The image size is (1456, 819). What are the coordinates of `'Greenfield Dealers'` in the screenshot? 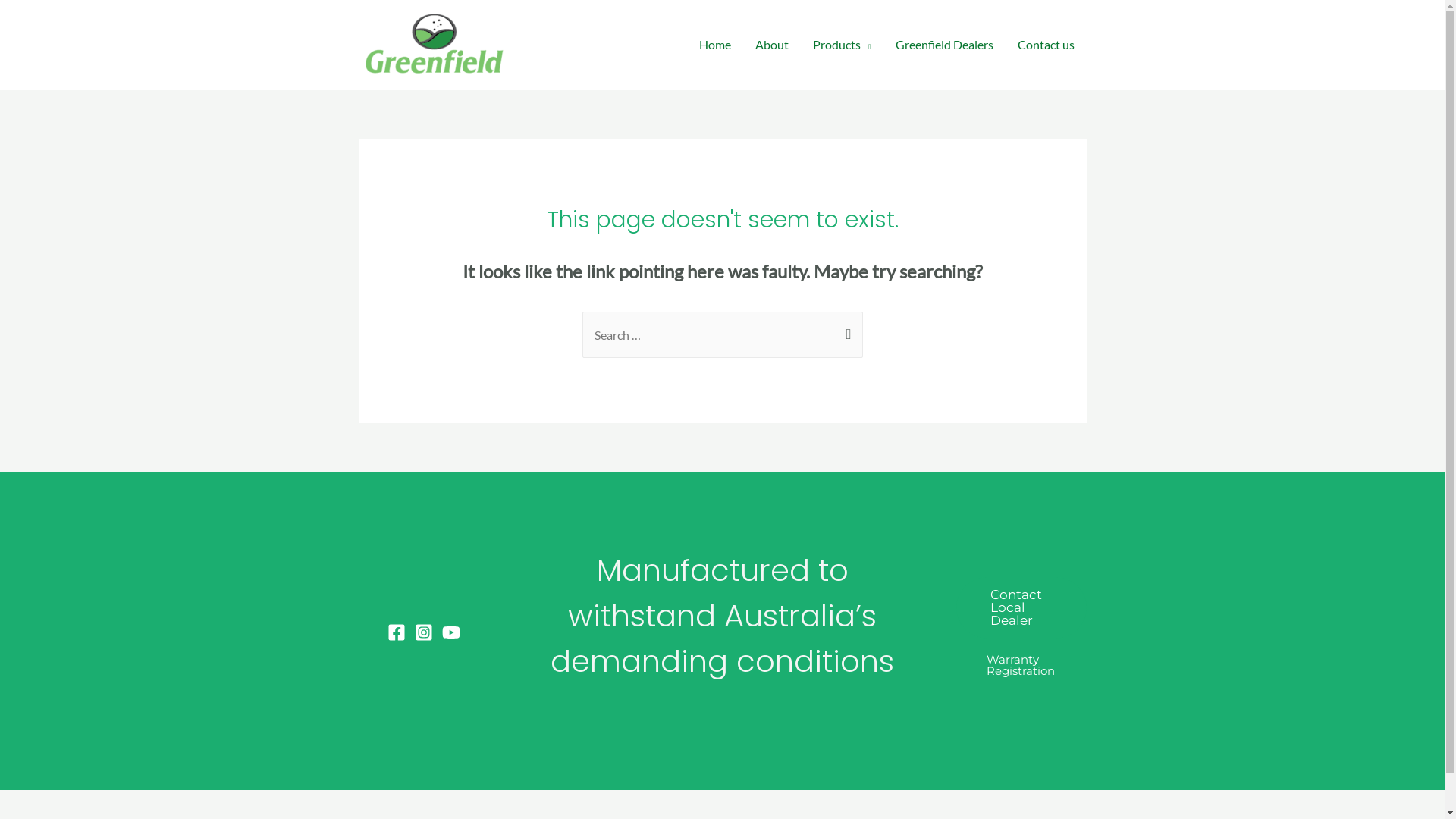 It's located at (943, 43).